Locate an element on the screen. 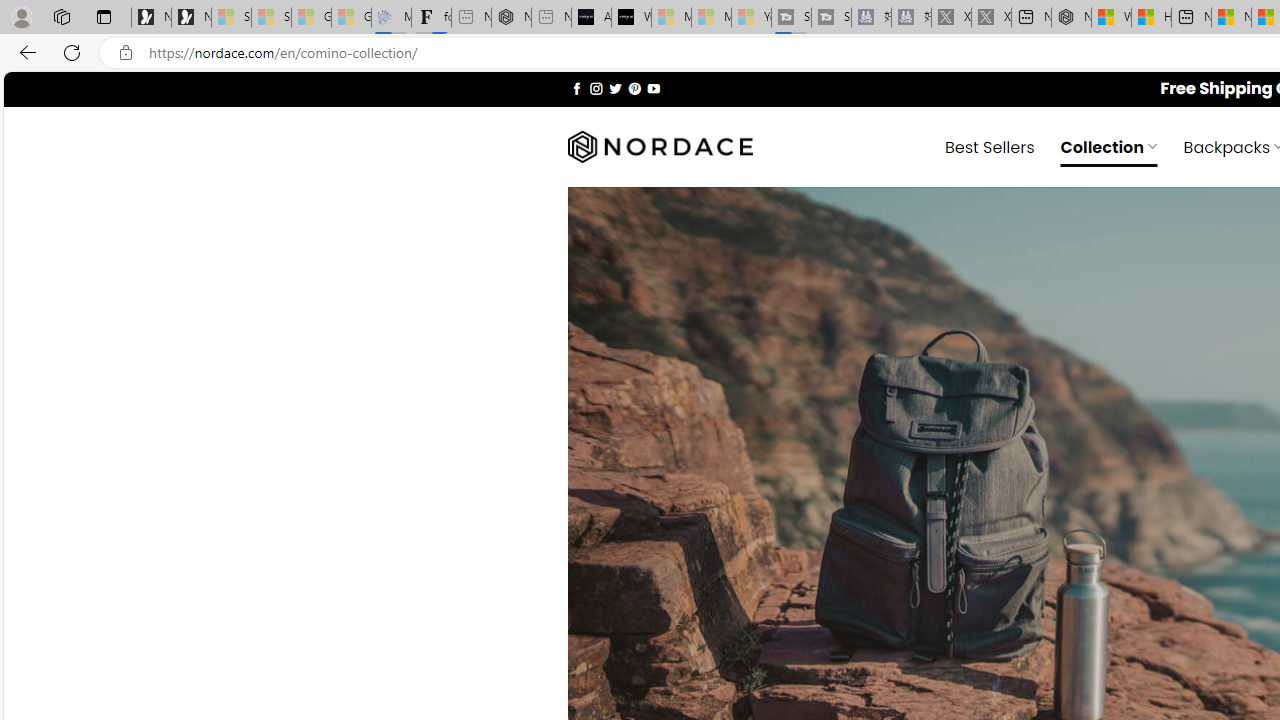 The height and width of the screenshot is (720, 1280). 'Huge shark washes ashore at New York City beach | Watch' is located at coordinates (1151, 17).